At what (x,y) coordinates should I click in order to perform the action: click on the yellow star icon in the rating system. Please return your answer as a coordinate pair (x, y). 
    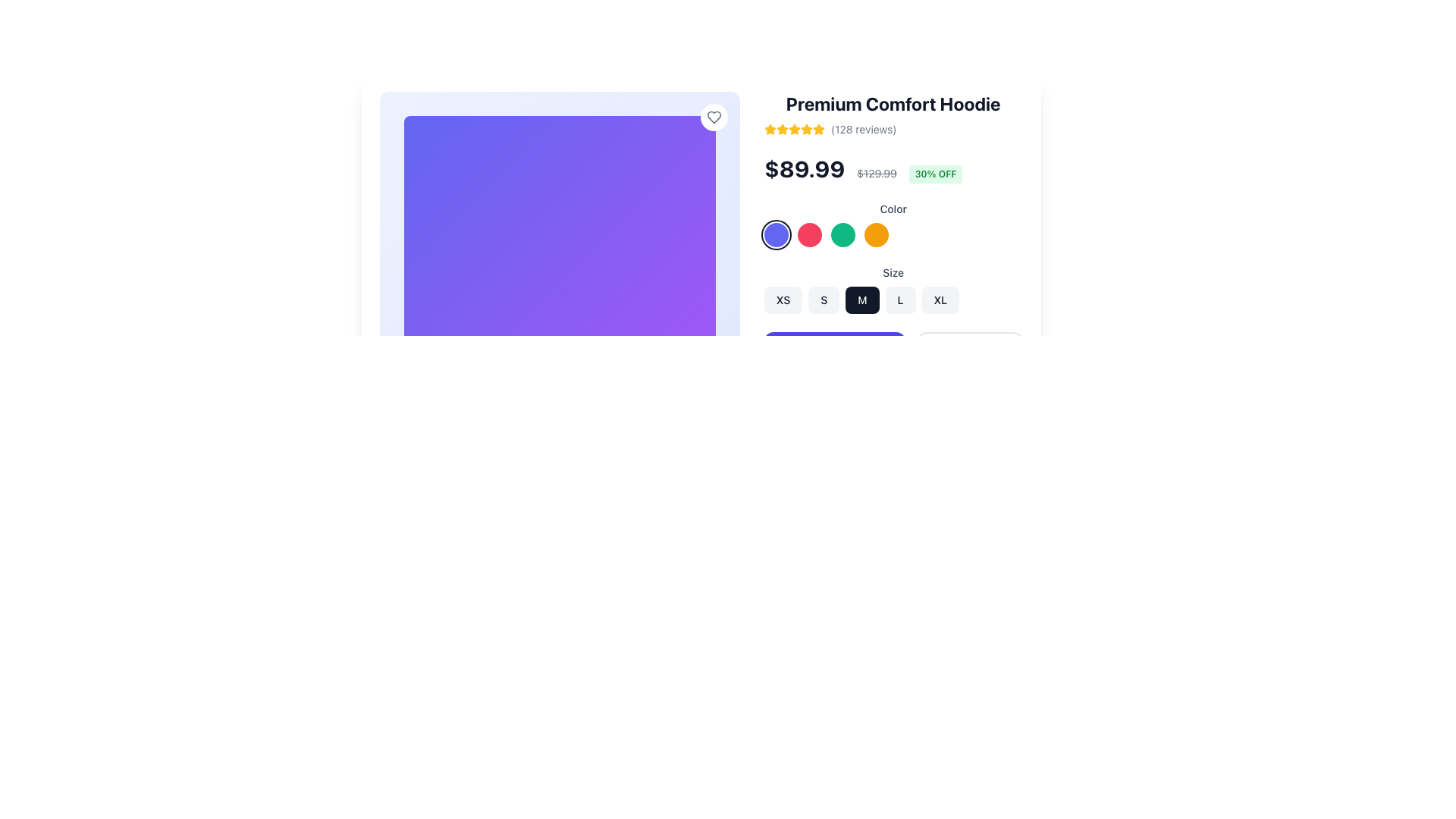
    Looking at the image, I should click on (793, 128).